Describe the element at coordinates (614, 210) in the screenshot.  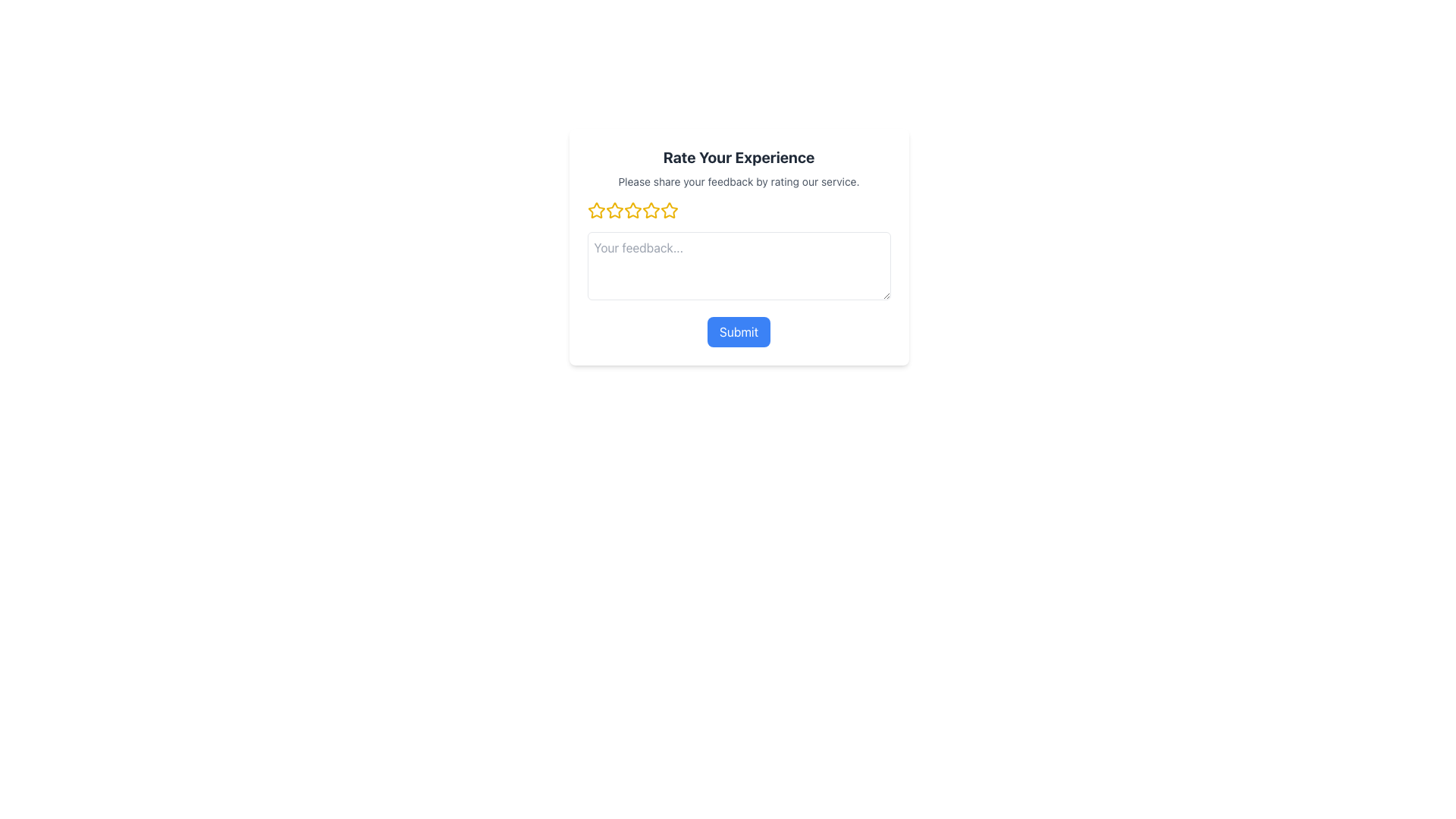
I see `the second yellow star-shaped icon in the rating system` at that location.